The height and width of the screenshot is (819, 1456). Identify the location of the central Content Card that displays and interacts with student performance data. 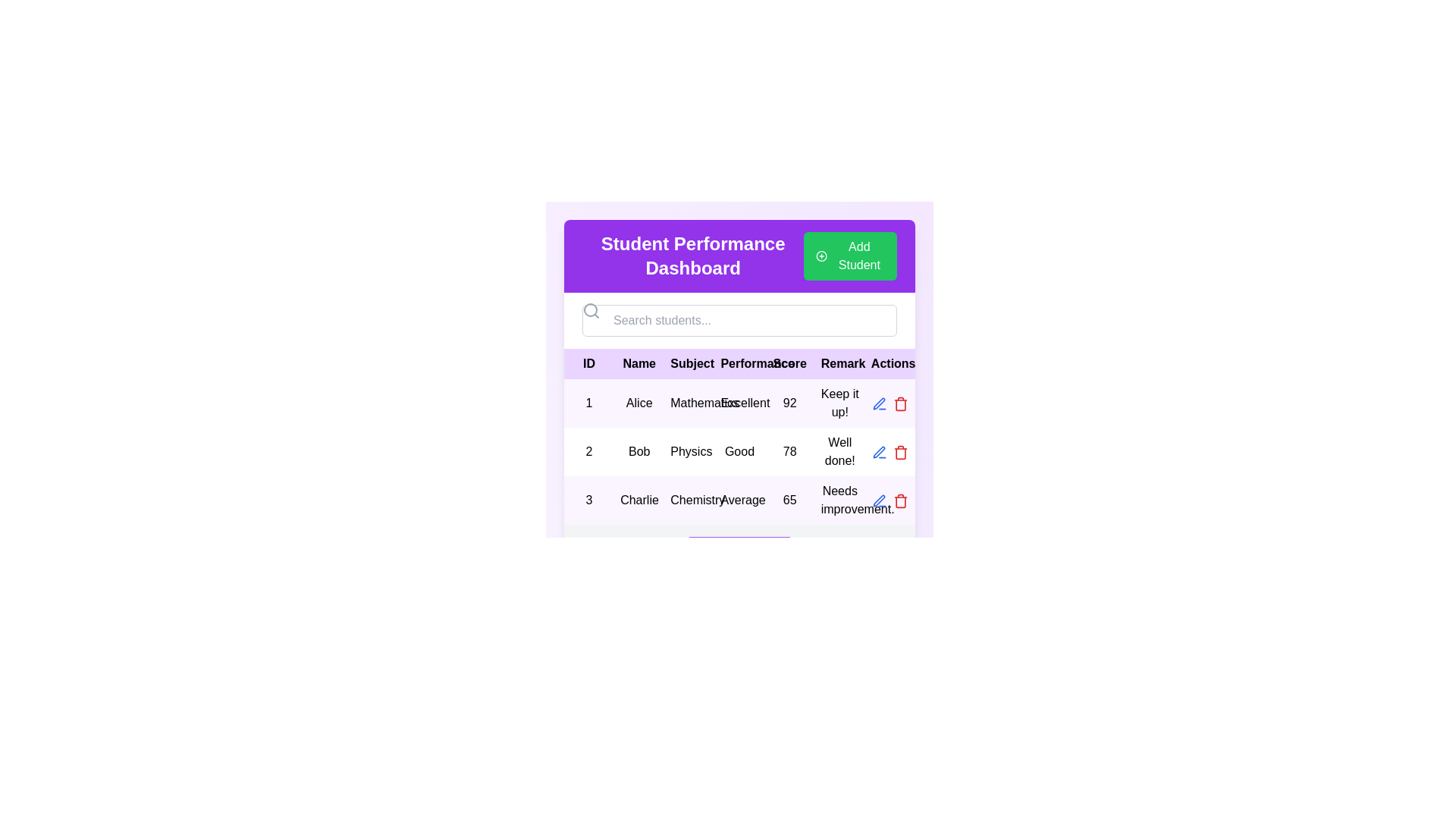
(739, 399).